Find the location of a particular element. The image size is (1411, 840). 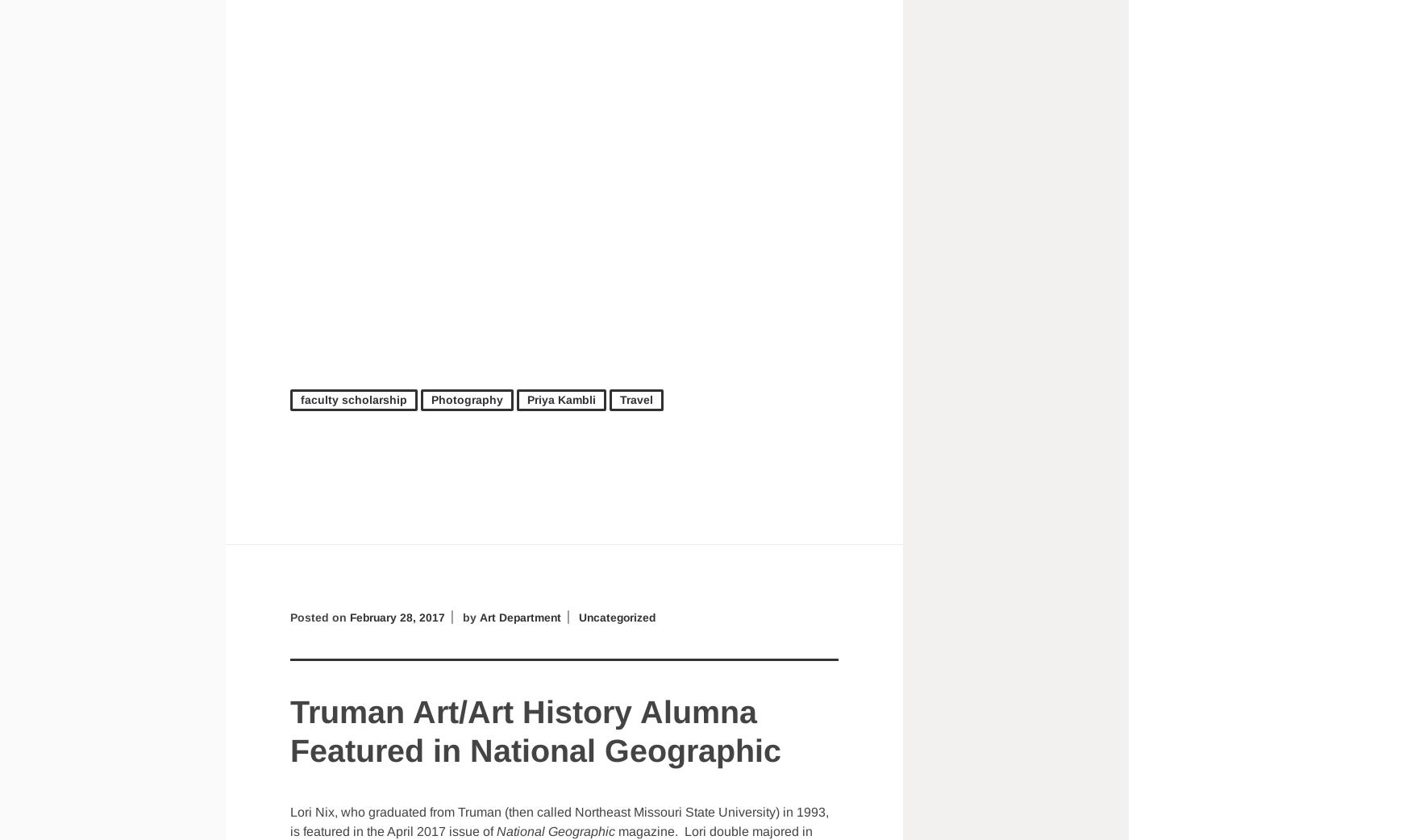

'February 28, 2017' is located at coordinates (398, 616).